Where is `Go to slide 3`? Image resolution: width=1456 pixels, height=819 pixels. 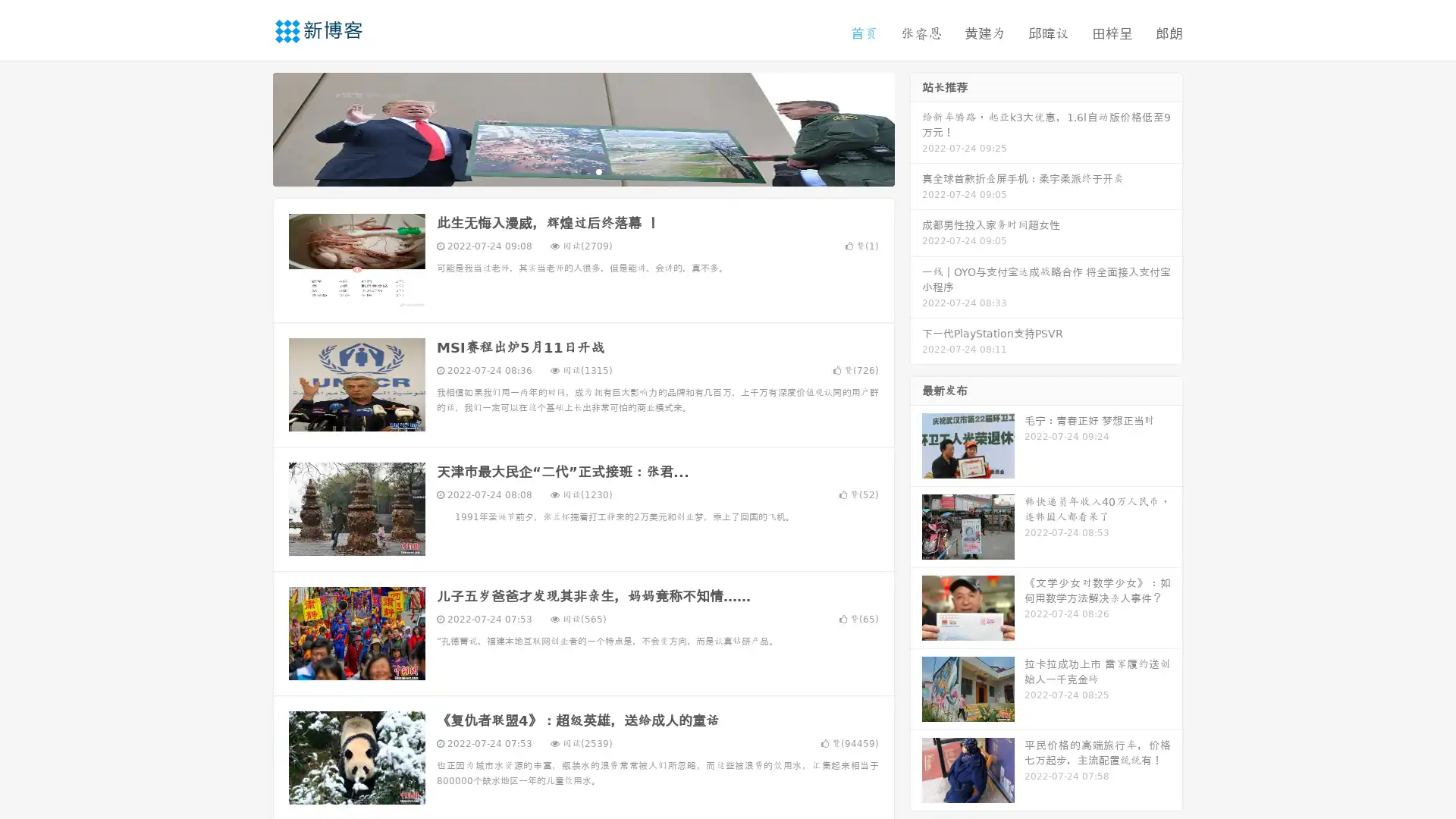 Go to slide 3 is located at coordinates (598, 171).